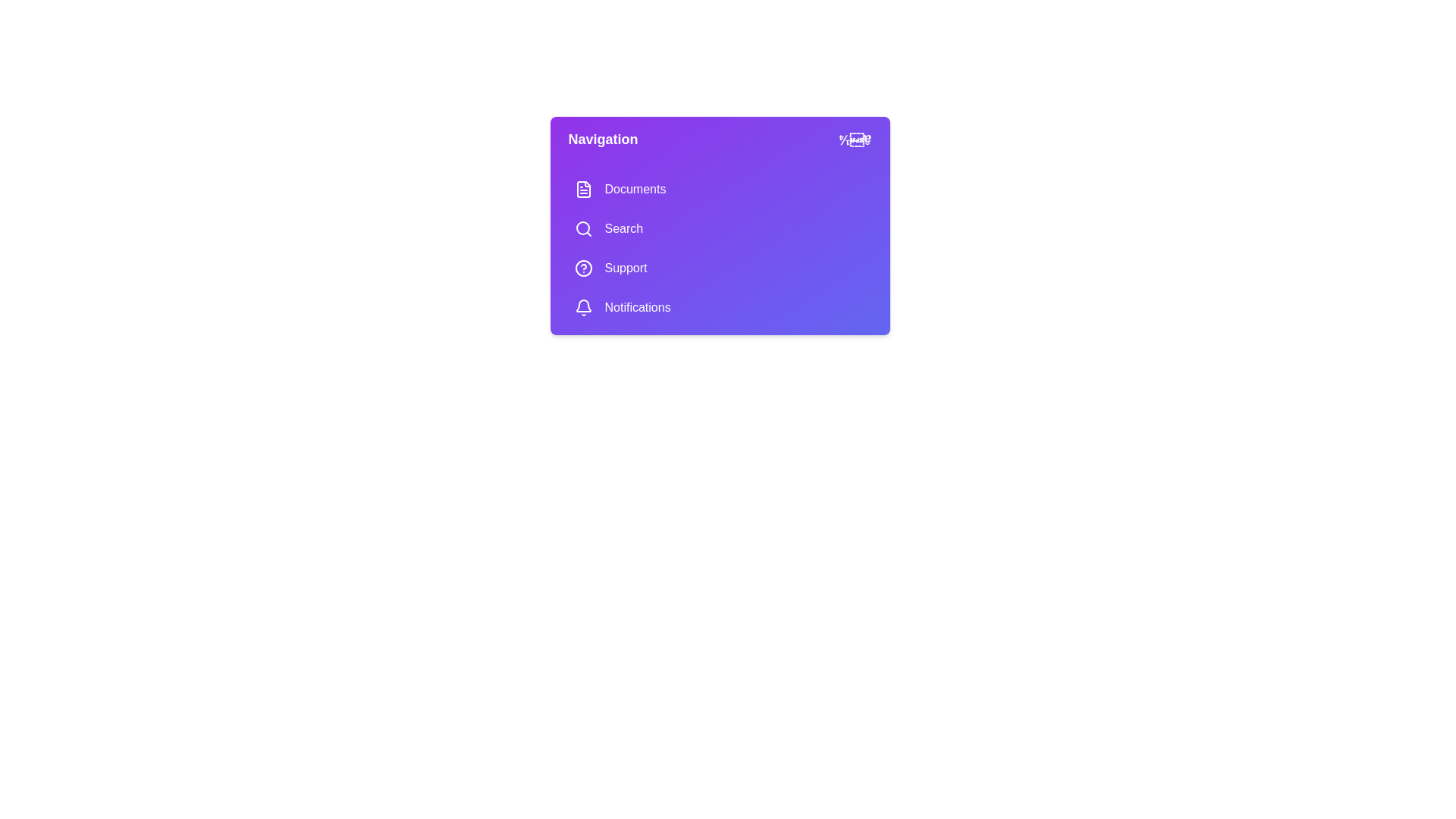  Describe the element at coordinates (719, 189) in the screenshot. I see `the menu item Documents to navigate` at that location.